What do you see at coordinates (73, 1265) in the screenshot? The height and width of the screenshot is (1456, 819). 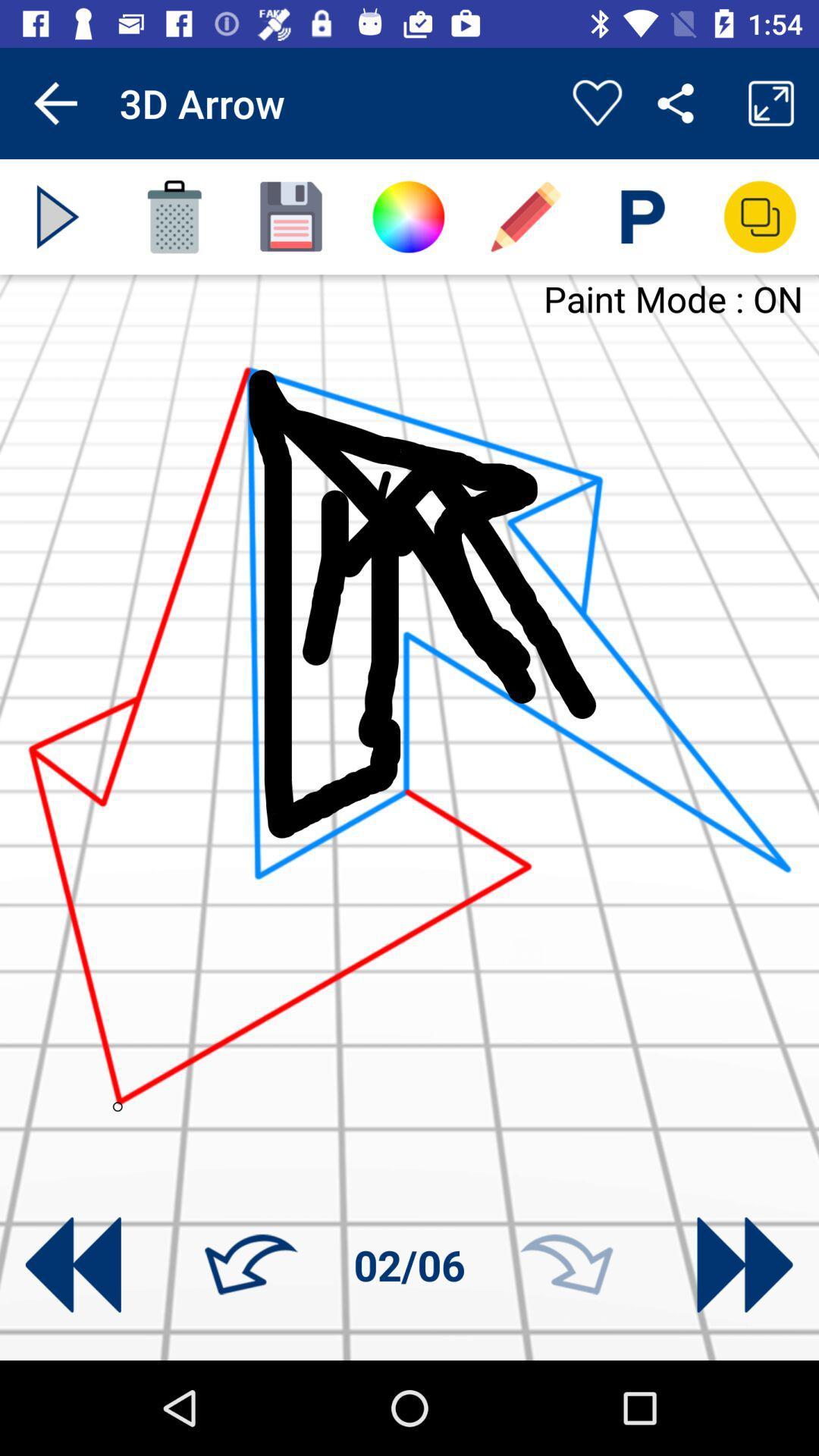 I see `back page` at bounding box center [73, 1265].